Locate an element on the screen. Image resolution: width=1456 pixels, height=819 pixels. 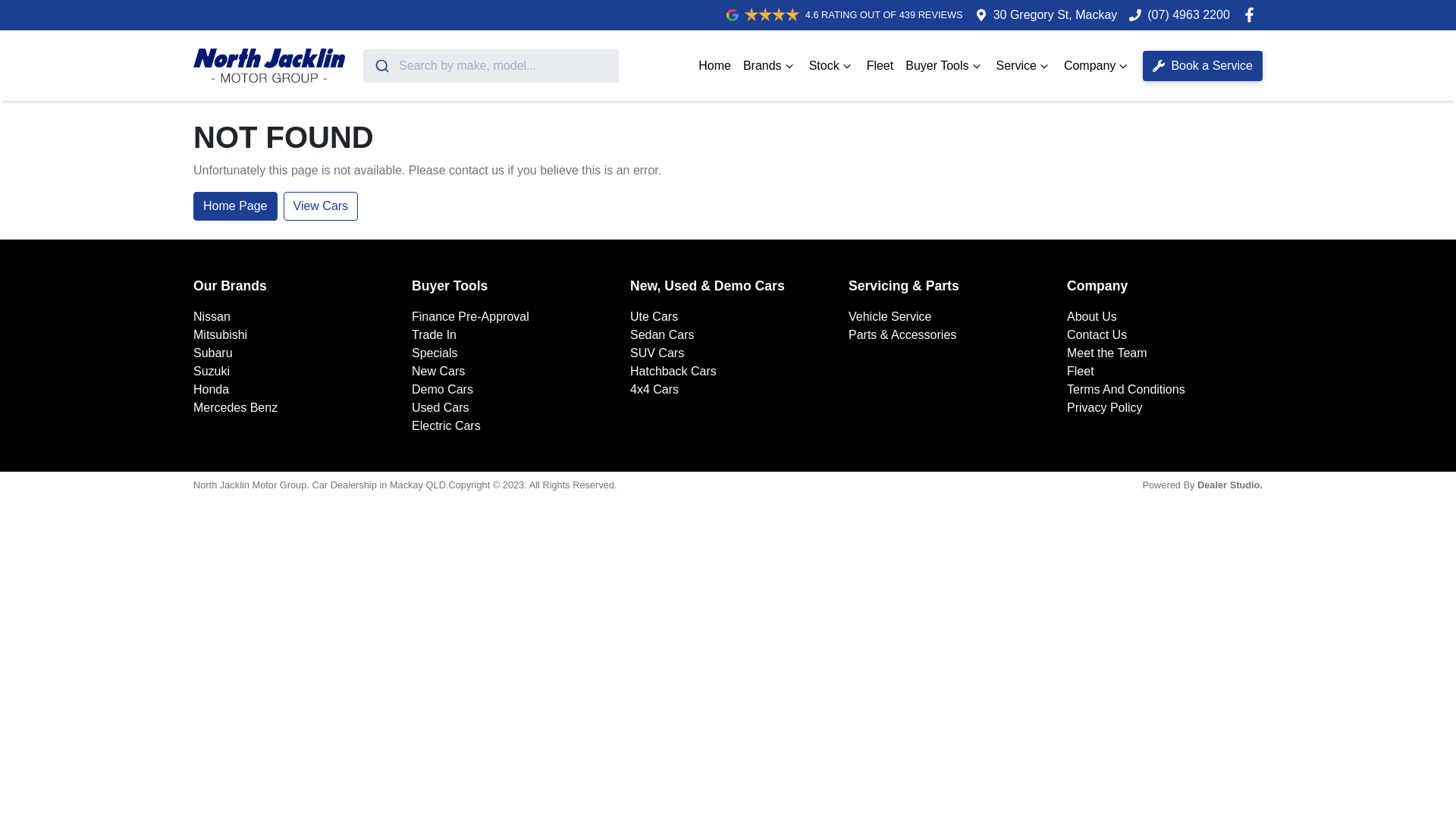
'New Cars' is located at coordinates (437, 371).